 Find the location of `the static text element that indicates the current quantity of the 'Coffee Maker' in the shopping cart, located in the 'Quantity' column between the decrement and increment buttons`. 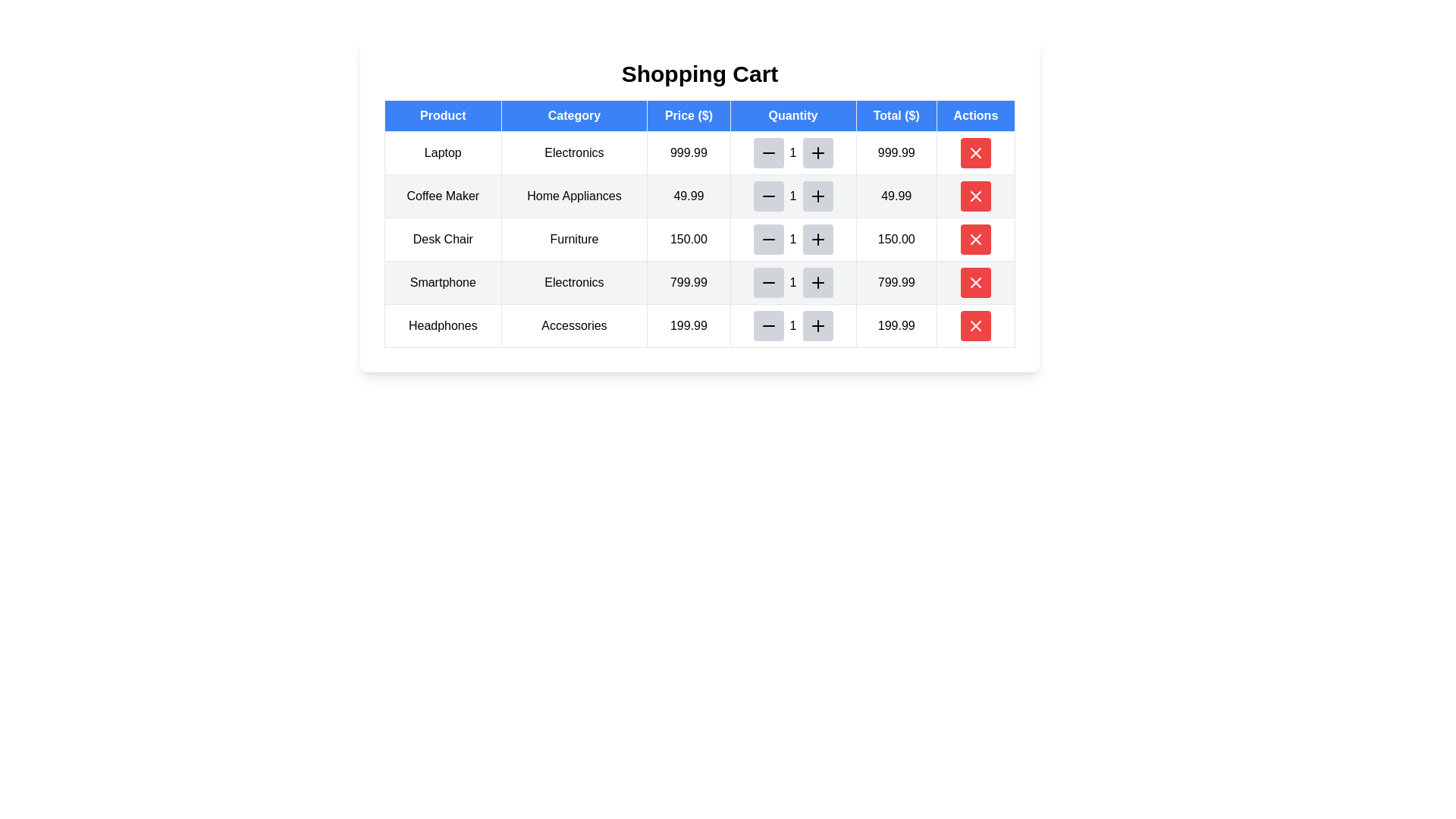

the static text element that indicates the current quantity of the 'Coffee Maker' in the shopping cart, located in the 'Quantity' column between the decrement and increment buttons is located at coordinates (792, 195).